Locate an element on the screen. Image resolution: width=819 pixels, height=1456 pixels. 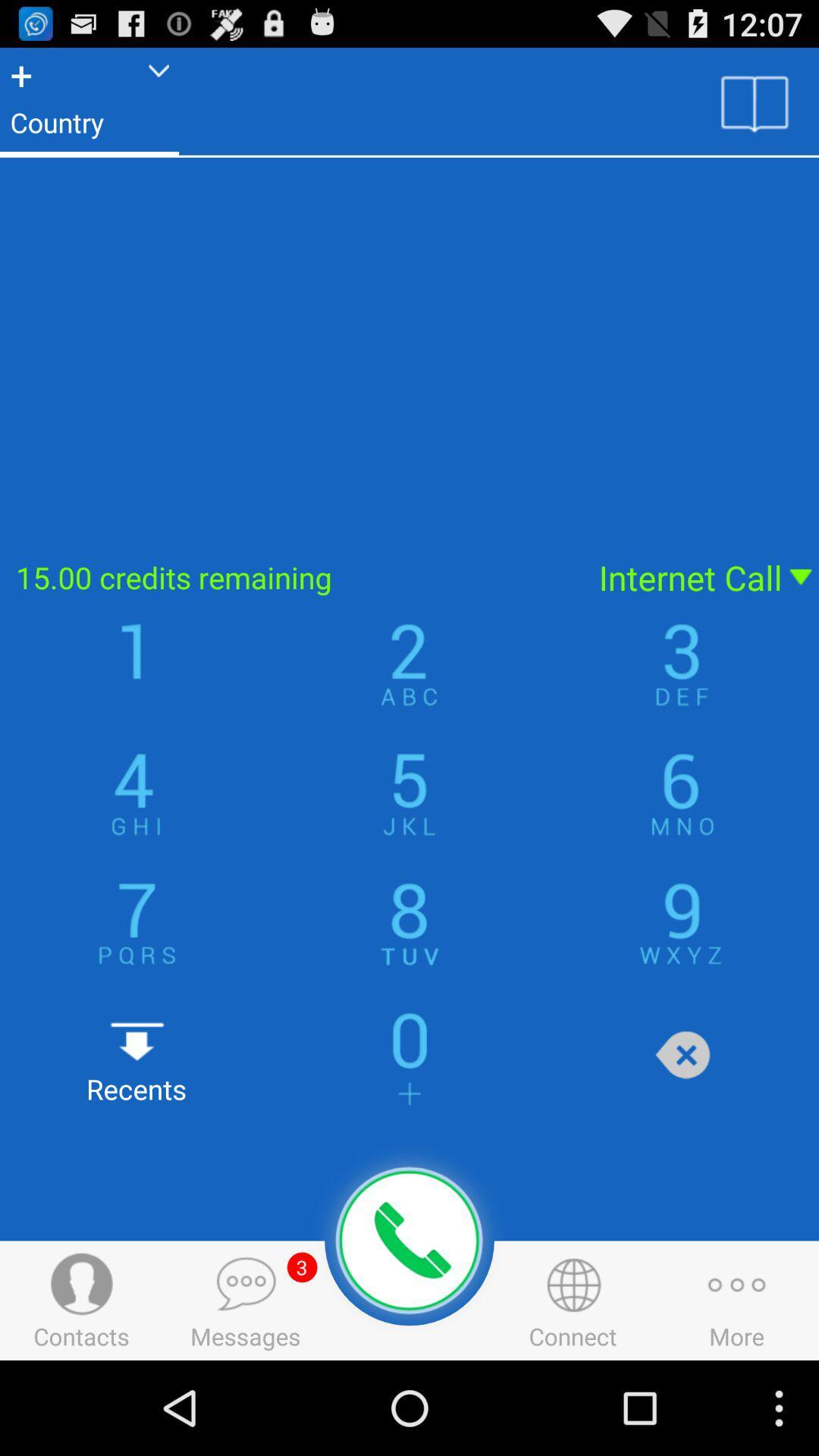
call number is located at coordinates (409, 1241).